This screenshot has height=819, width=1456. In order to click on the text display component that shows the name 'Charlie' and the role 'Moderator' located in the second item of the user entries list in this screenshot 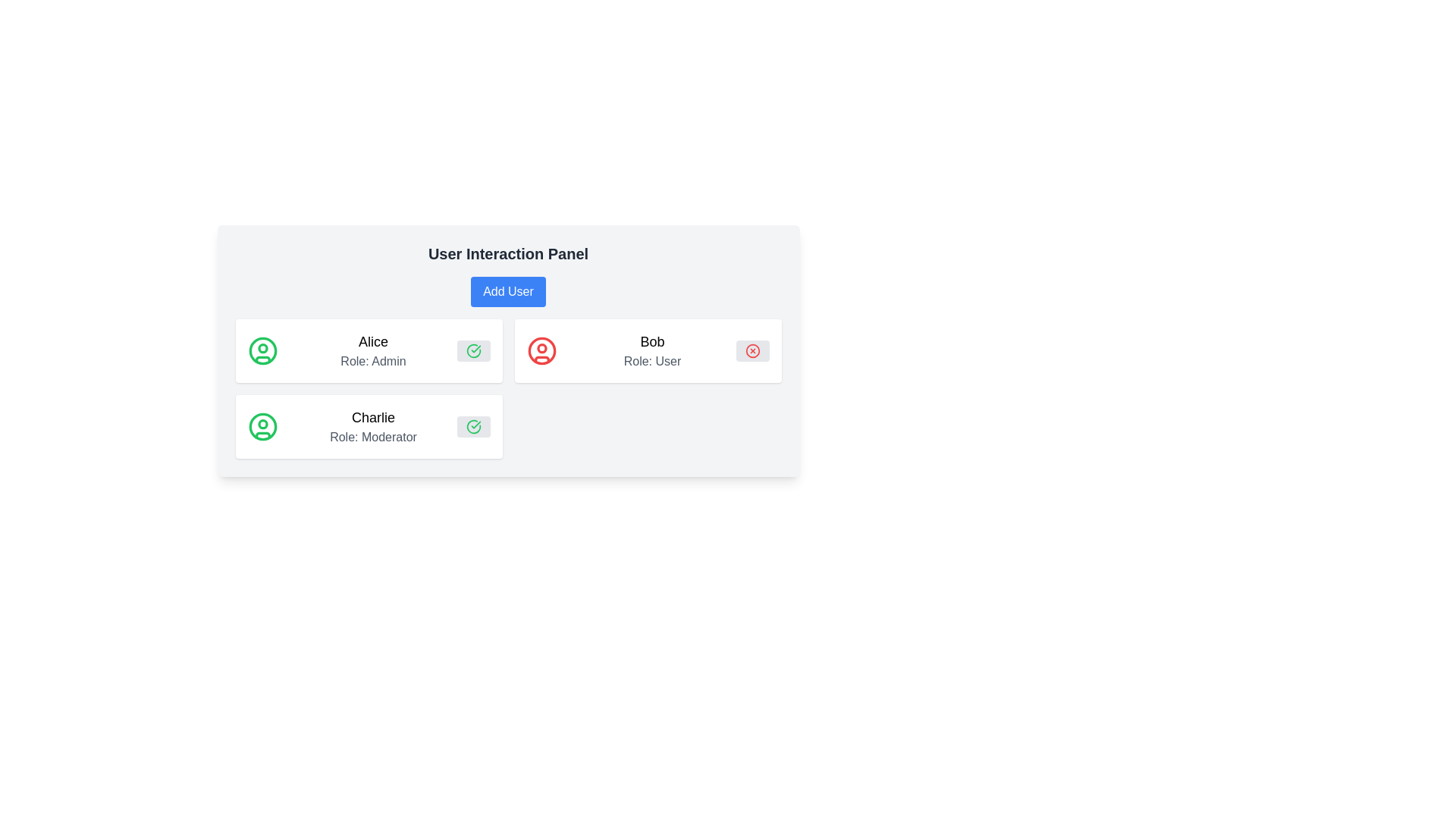, I will do `click(373, 427)`.